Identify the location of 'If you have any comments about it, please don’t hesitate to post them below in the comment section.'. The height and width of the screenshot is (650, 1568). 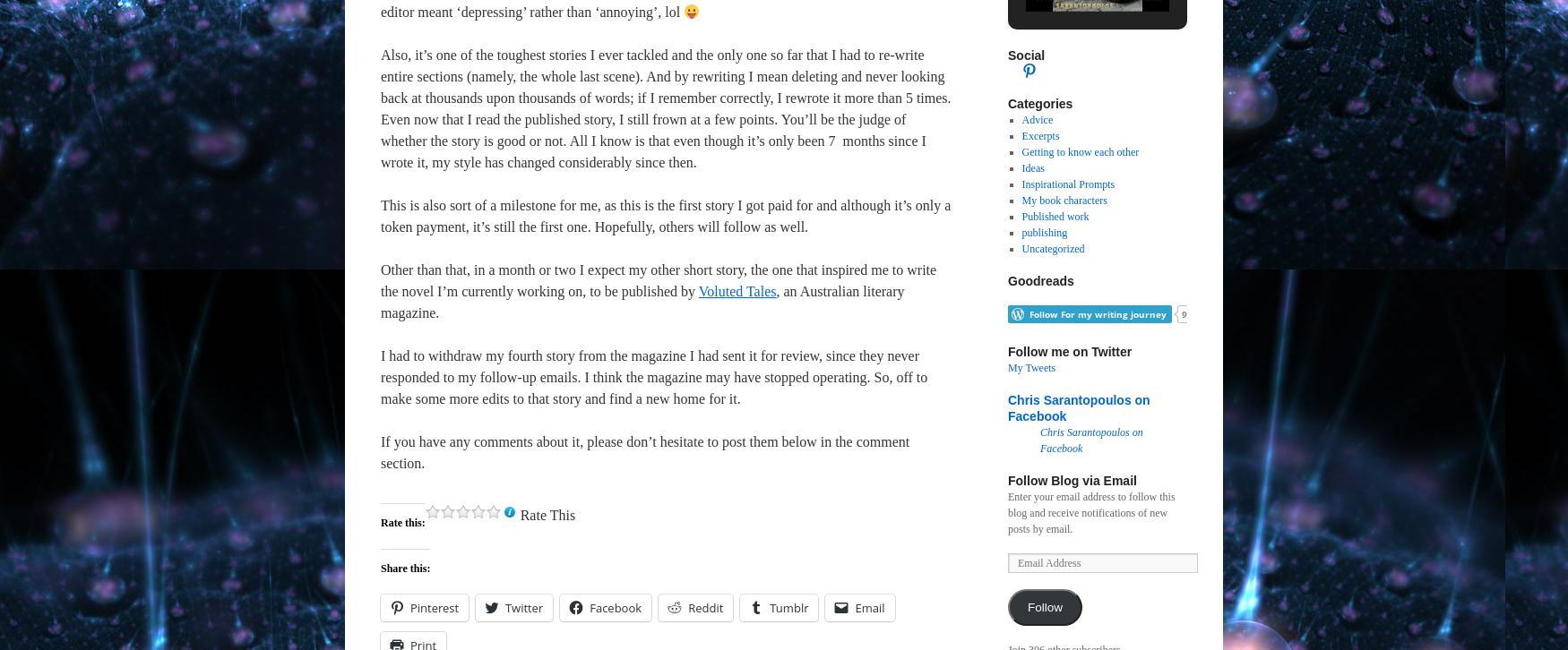
(644, 452).